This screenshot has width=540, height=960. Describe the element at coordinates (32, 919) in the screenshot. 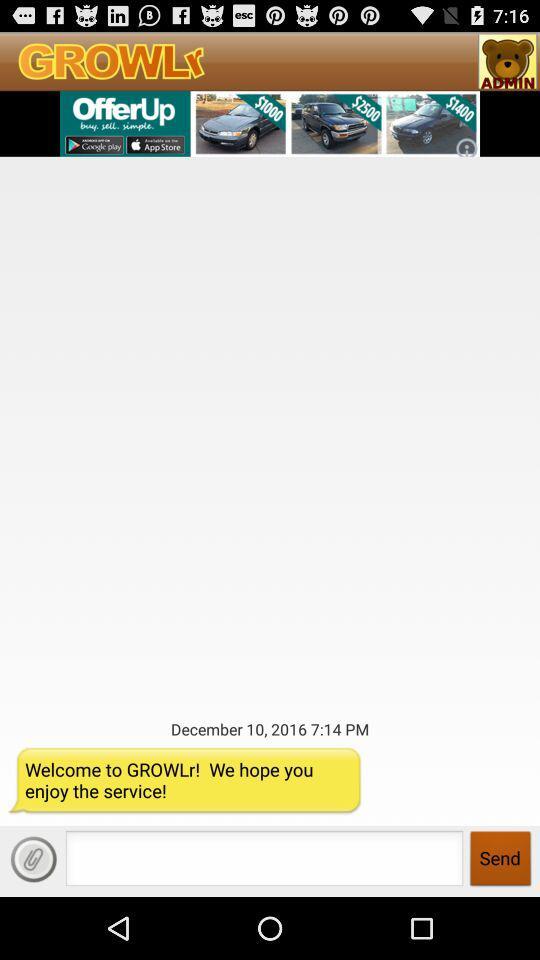

I see `the attach_file icon` at that location.